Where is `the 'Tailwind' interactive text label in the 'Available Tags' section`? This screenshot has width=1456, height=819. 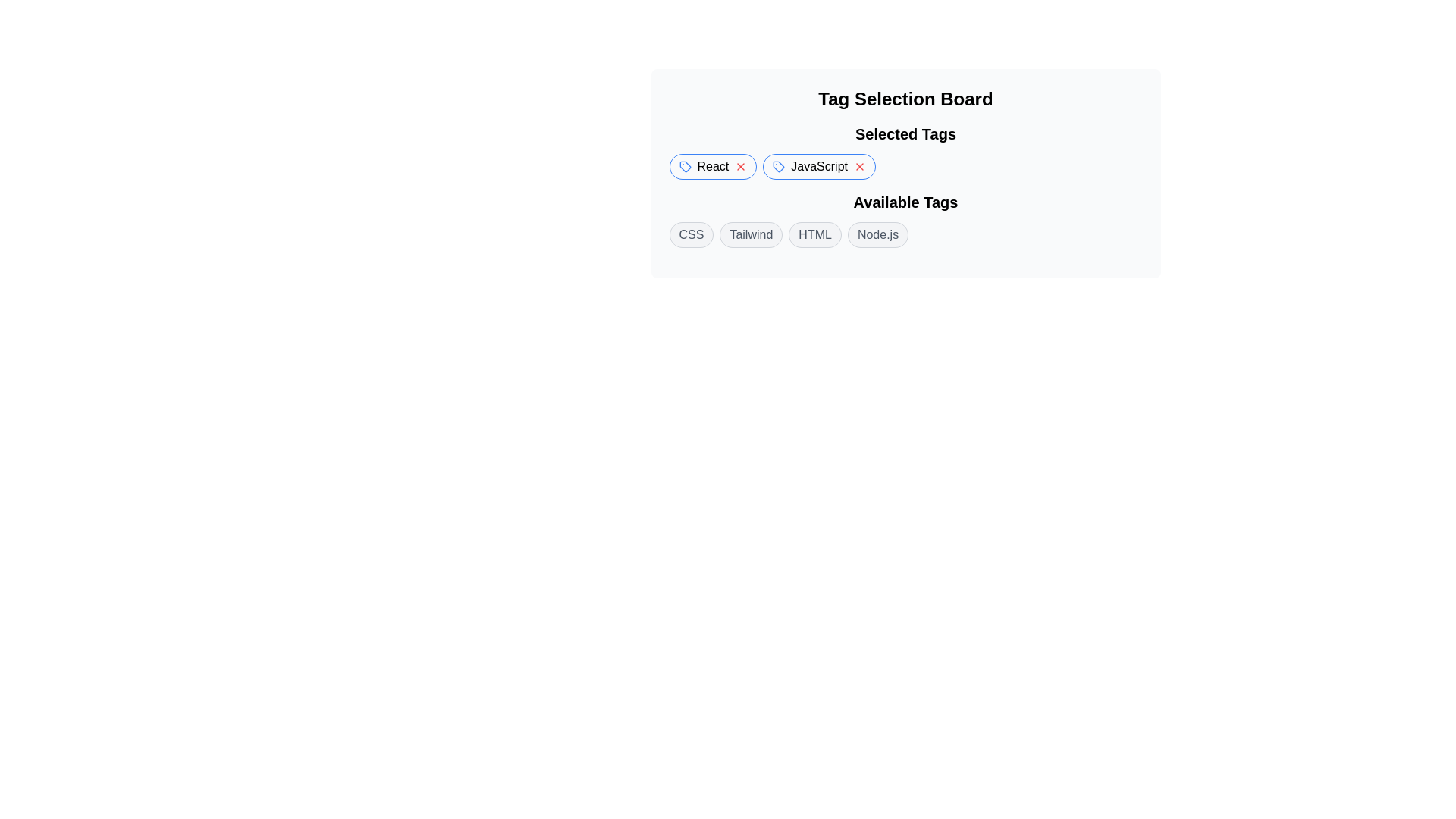
the 'Tailwind' interactive text label in the 'Available Tags' section is located at coordinates (751, 234).